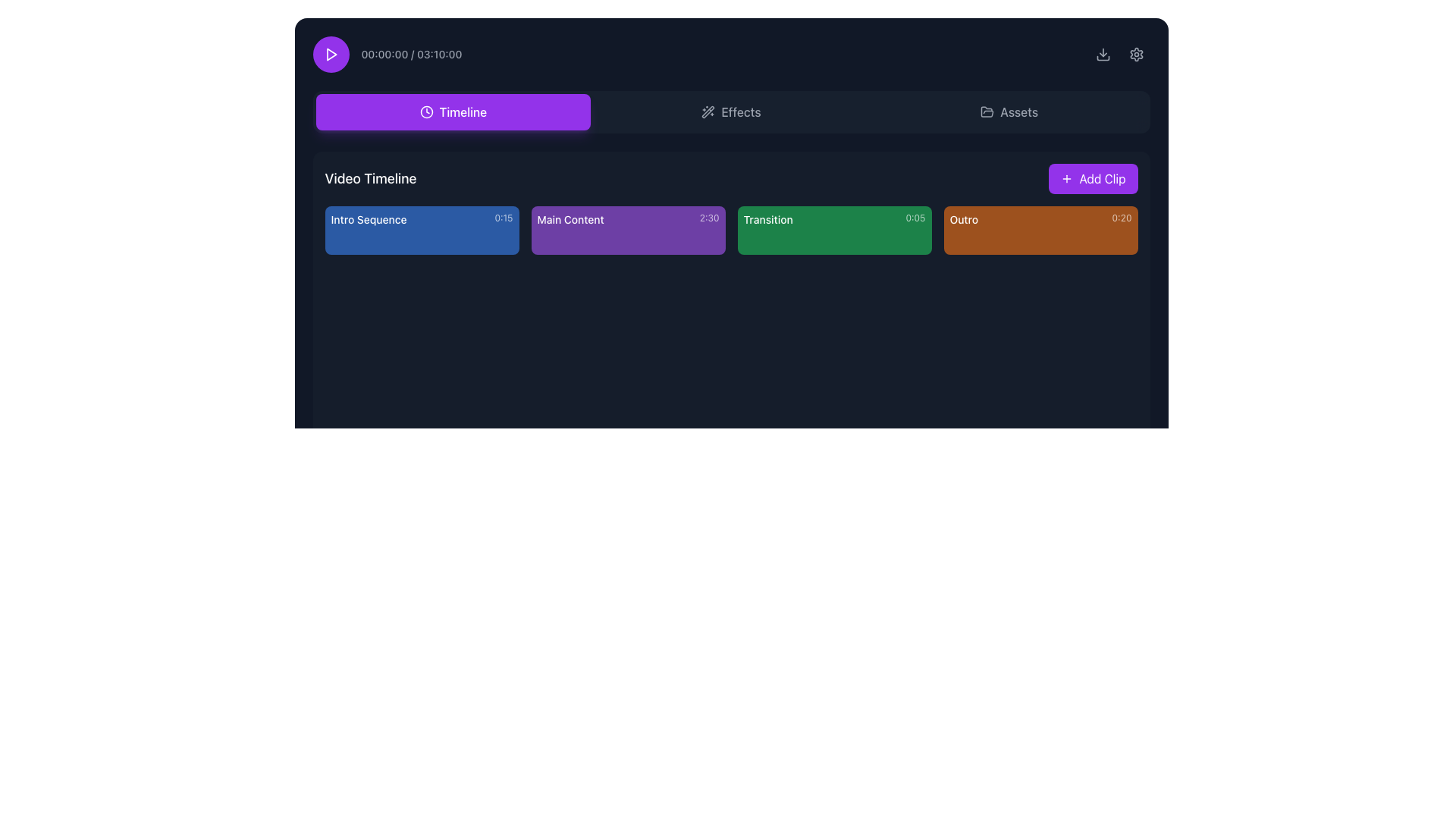 The image size is (1456, 819). I want to click on the 'Effects' tab button, which is the second tab in the navigation set, so click(731, 111).